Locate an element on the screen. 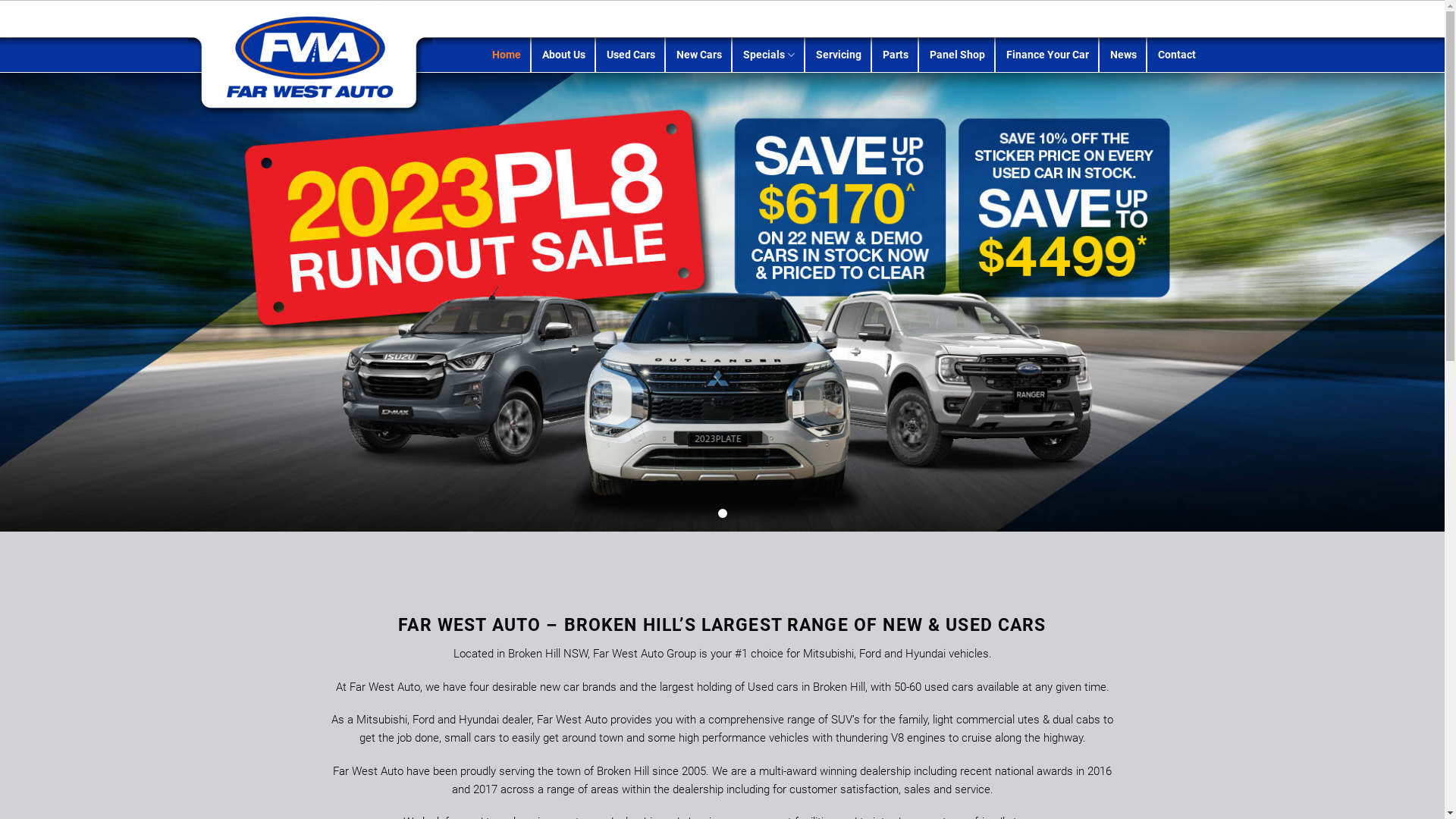  'New Cars' is located at coordinates (698, 54).